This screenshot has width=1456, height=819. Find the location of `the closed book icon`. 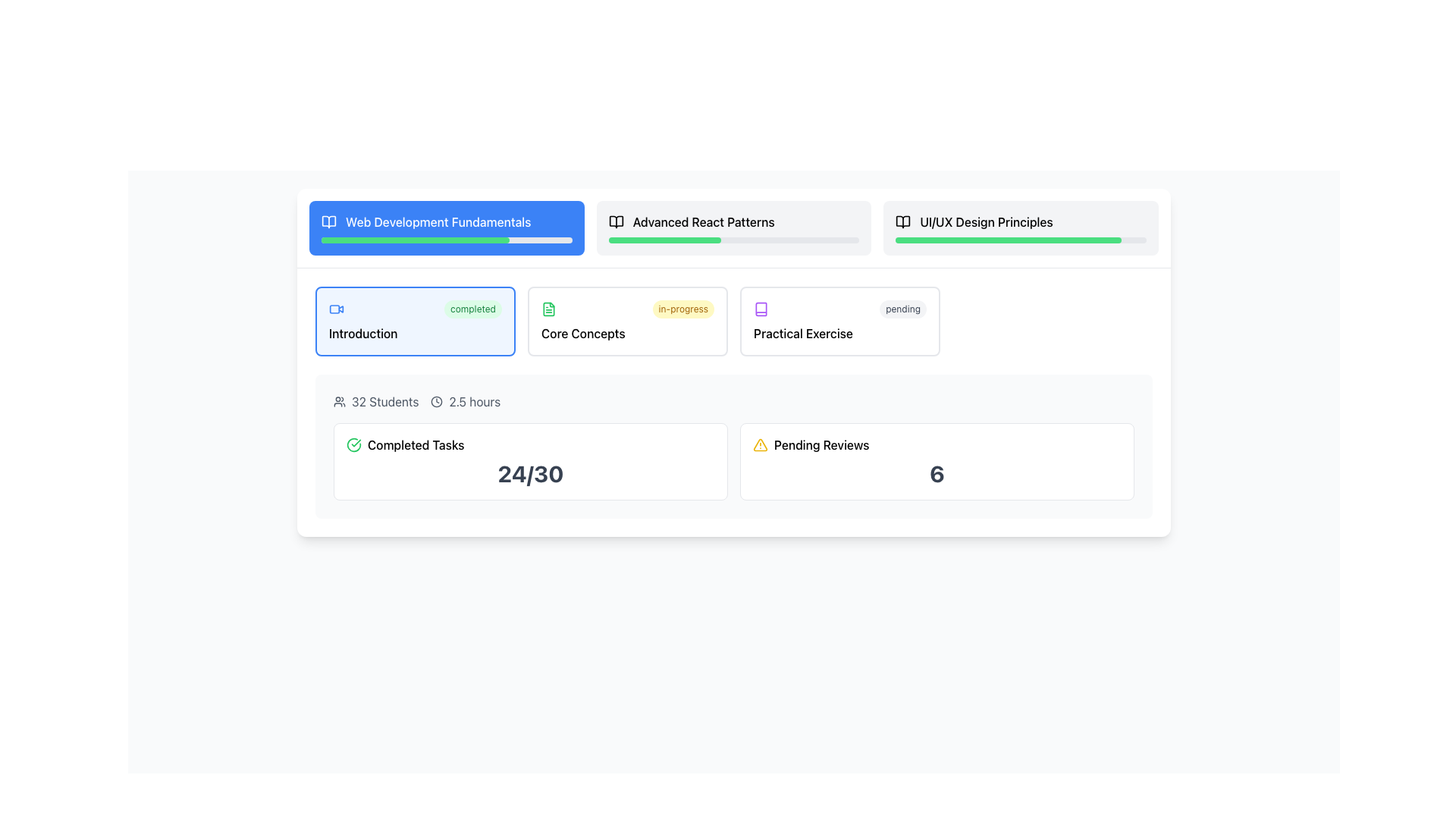

the closed book icon is located at coordinates (761, 309).